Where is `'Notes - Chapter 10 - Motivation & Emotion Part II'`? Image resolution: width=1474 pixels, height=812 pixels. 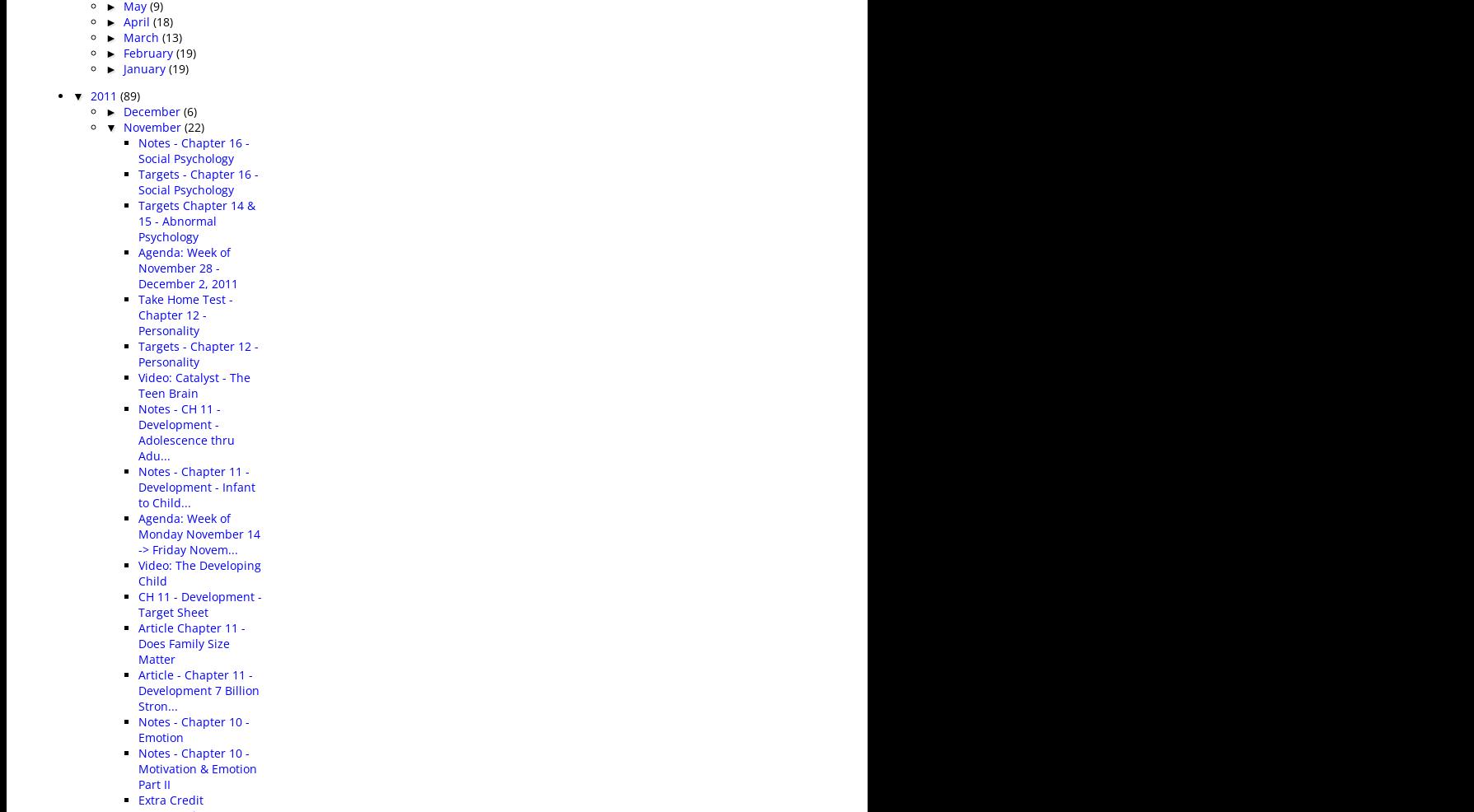 'Notes - Chapter 10 - Motivation & Emotion Part II' is located at coordinates (198, 768).